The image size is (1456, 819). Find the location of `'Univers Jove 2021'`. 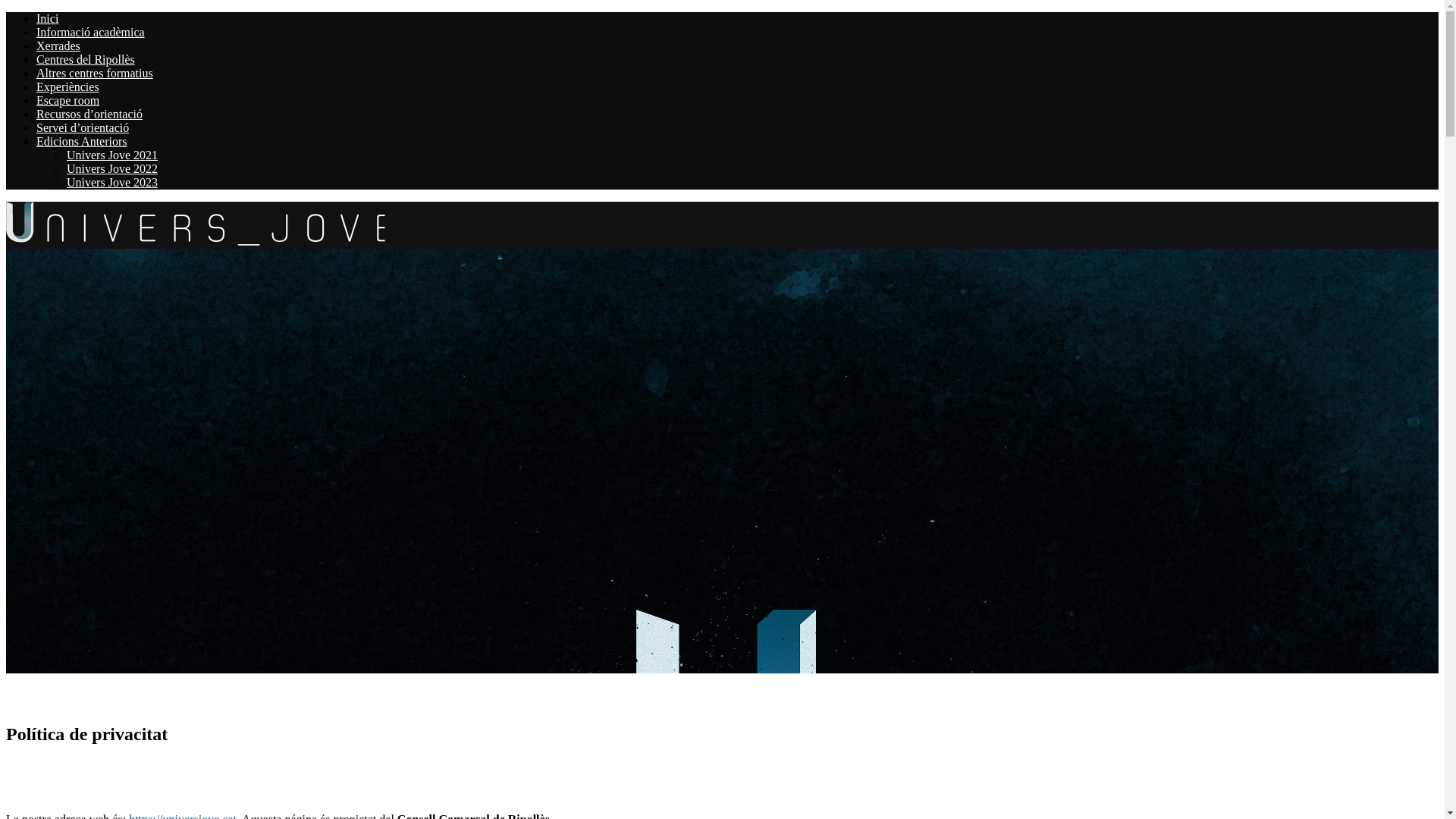

'Univers Jove 2021' is located at coordinates (111, 155).